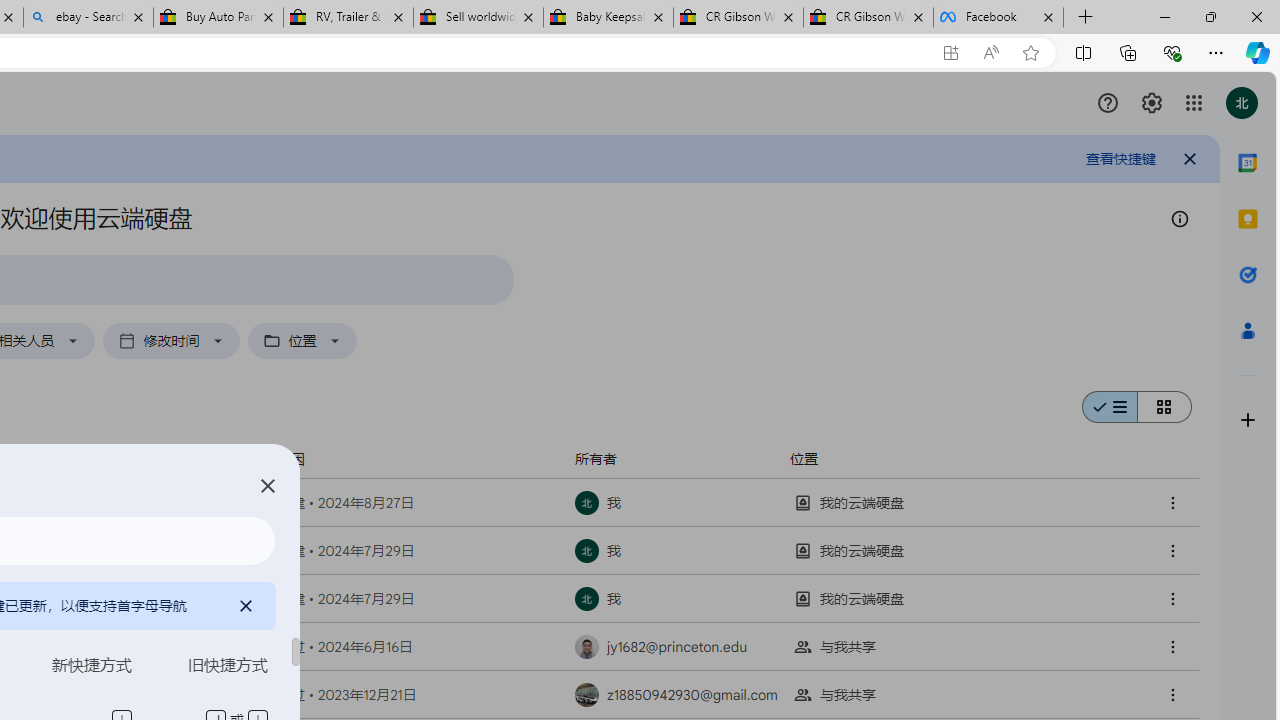  I want to click on 'Buy Auto Parts & Accessories | eBay', so click(218, 17).